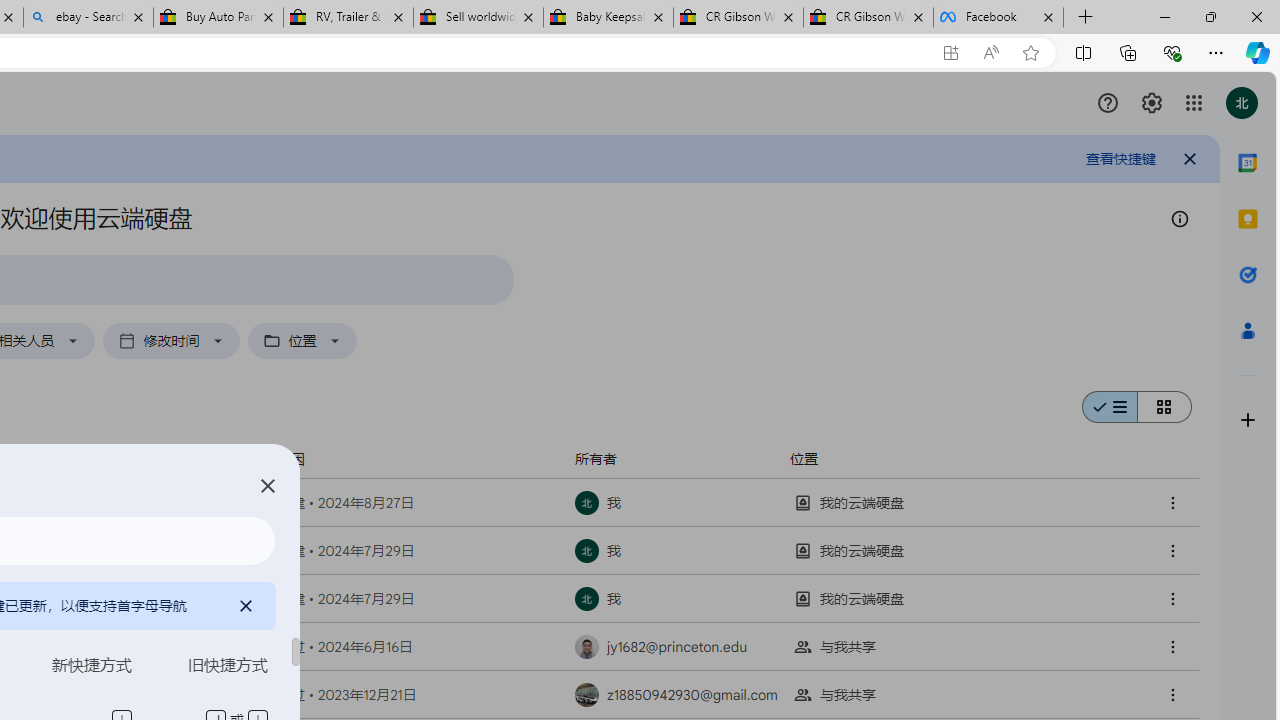  I want to click on 'Buy Auto Parts & Accessories | eBay', so click(218, 17).